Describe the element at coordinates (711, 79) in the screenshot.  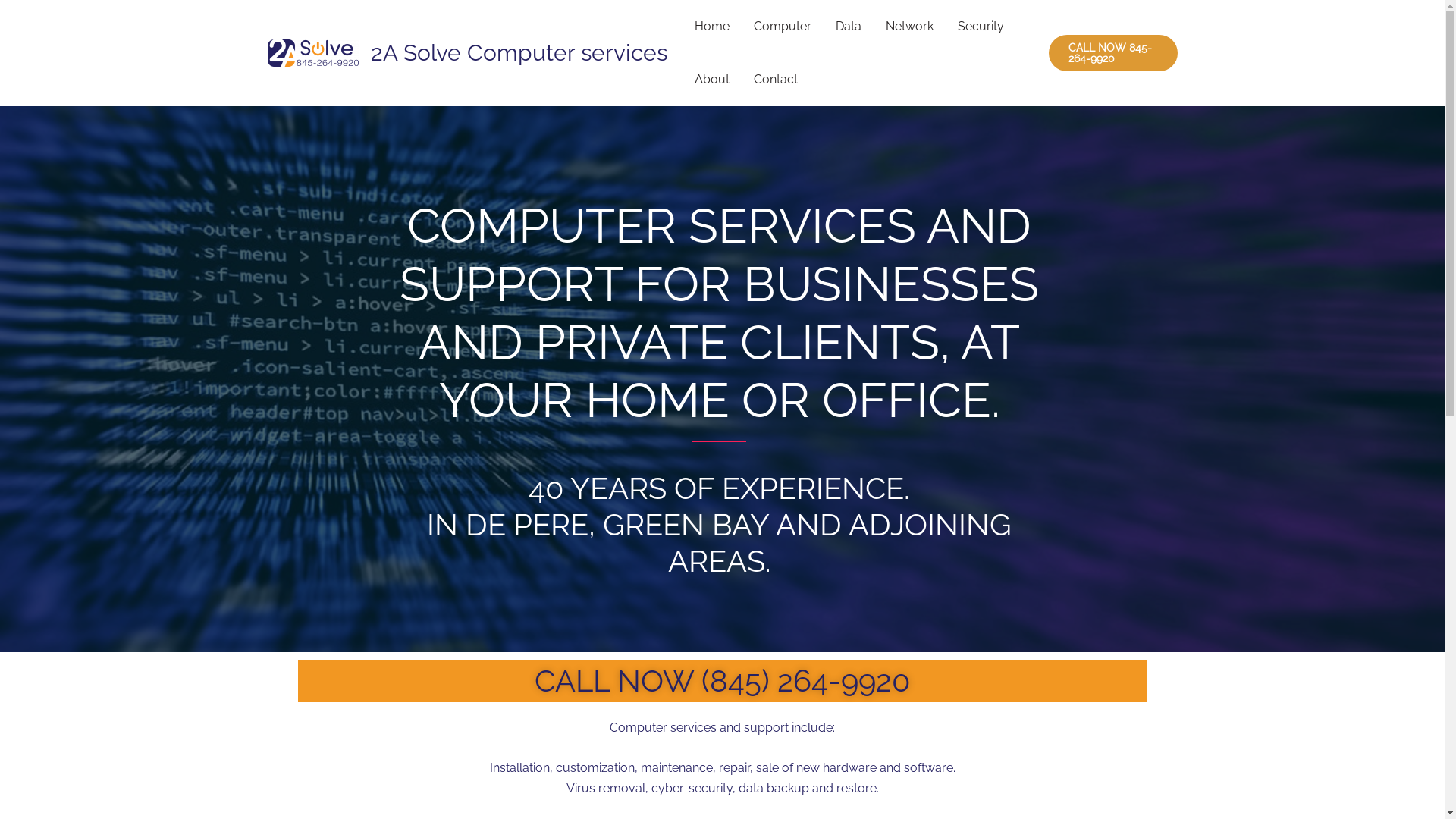
I see `'About'` at that location.